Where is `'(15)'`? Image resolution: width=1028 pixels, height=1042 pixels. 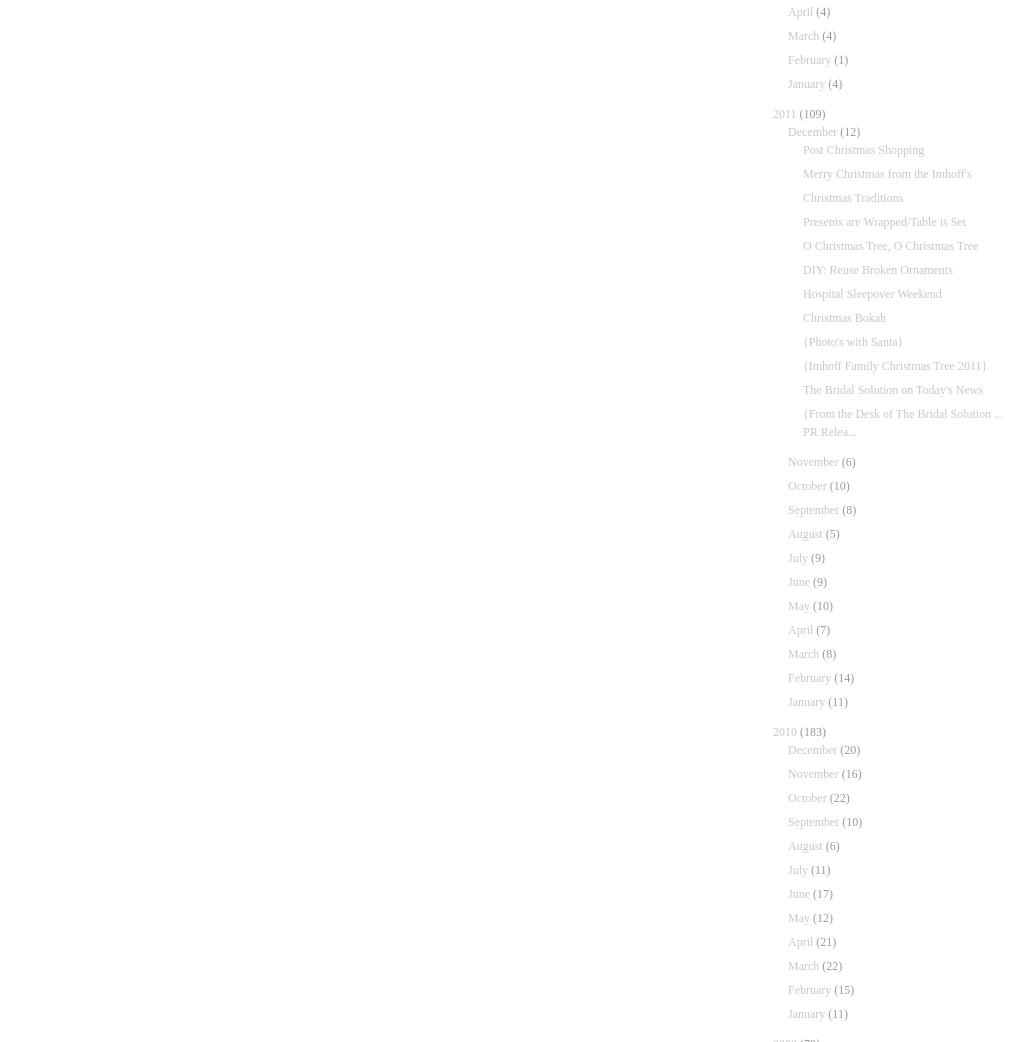 '(15)' is located at coordinates (842, 990).